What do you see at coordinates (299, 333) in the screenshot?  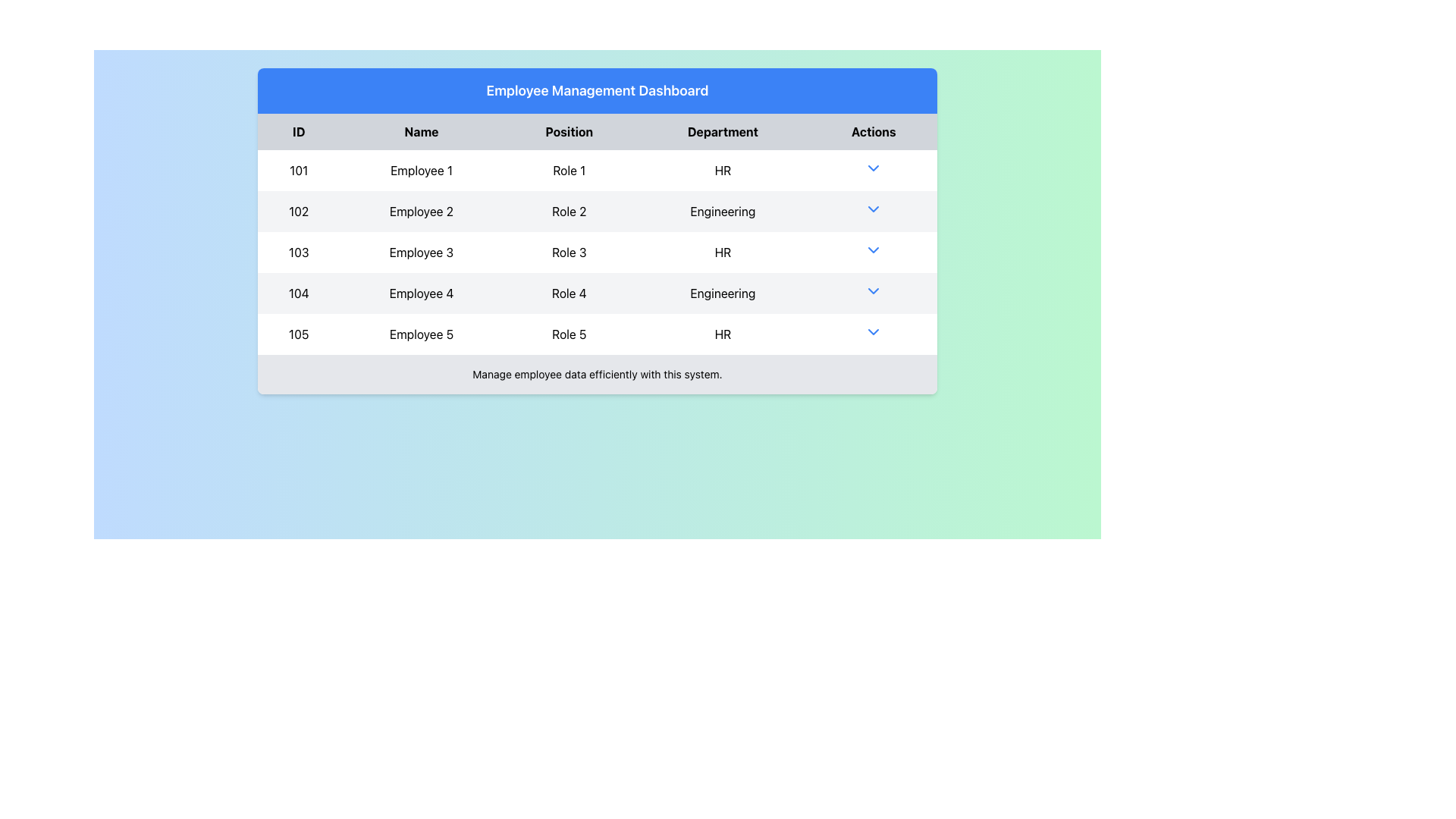 I see `the leftmost table cell in the fifth row under the 'ID' column that identifies 'Employee 5'` at bounding box center [299, 333].